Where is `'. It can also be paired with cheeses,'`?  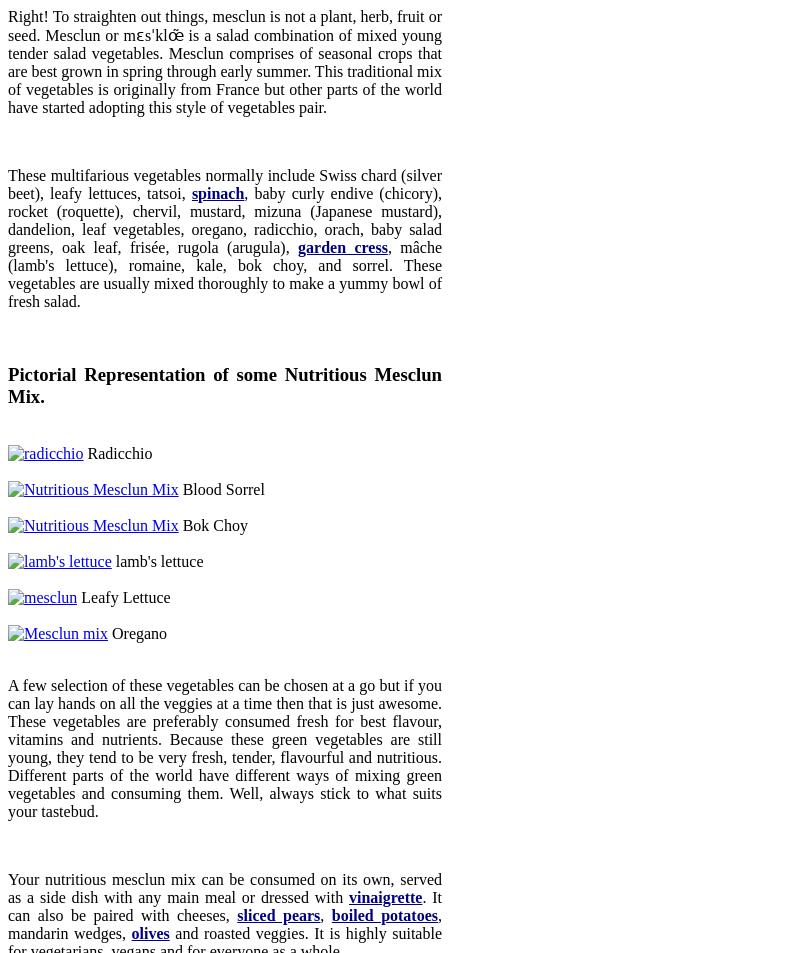
'. It can also be paired with cheeses,' is located at coordinates (7, 905).